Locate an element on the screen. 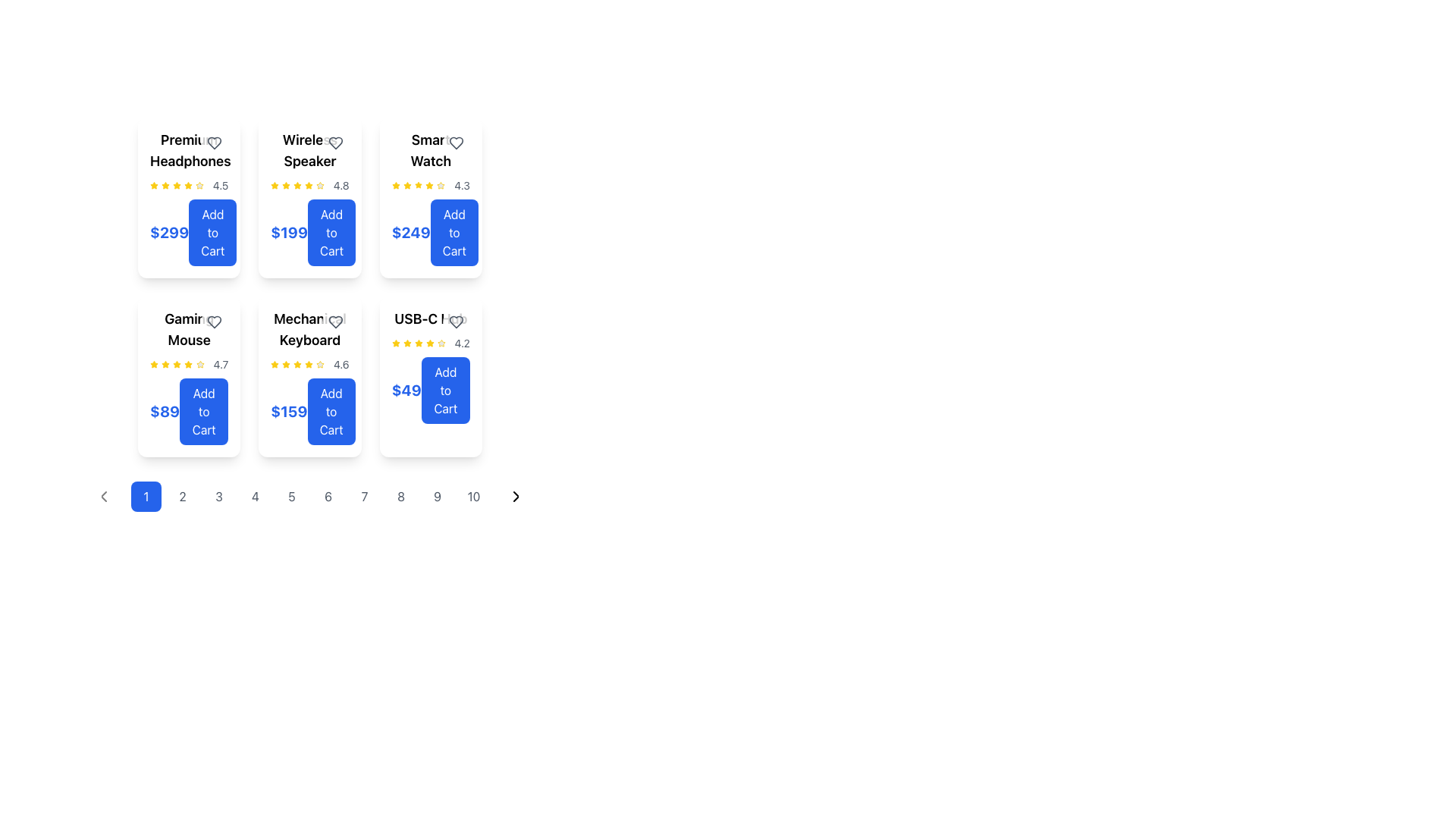 Image resolution: width=1456 pixels, height=819 pixels. the yellow five-pointed star icon in the 'Gaming Mouse' product card, which is part of the rating system located above the price and below the product name is located at coordinates (154, 364).